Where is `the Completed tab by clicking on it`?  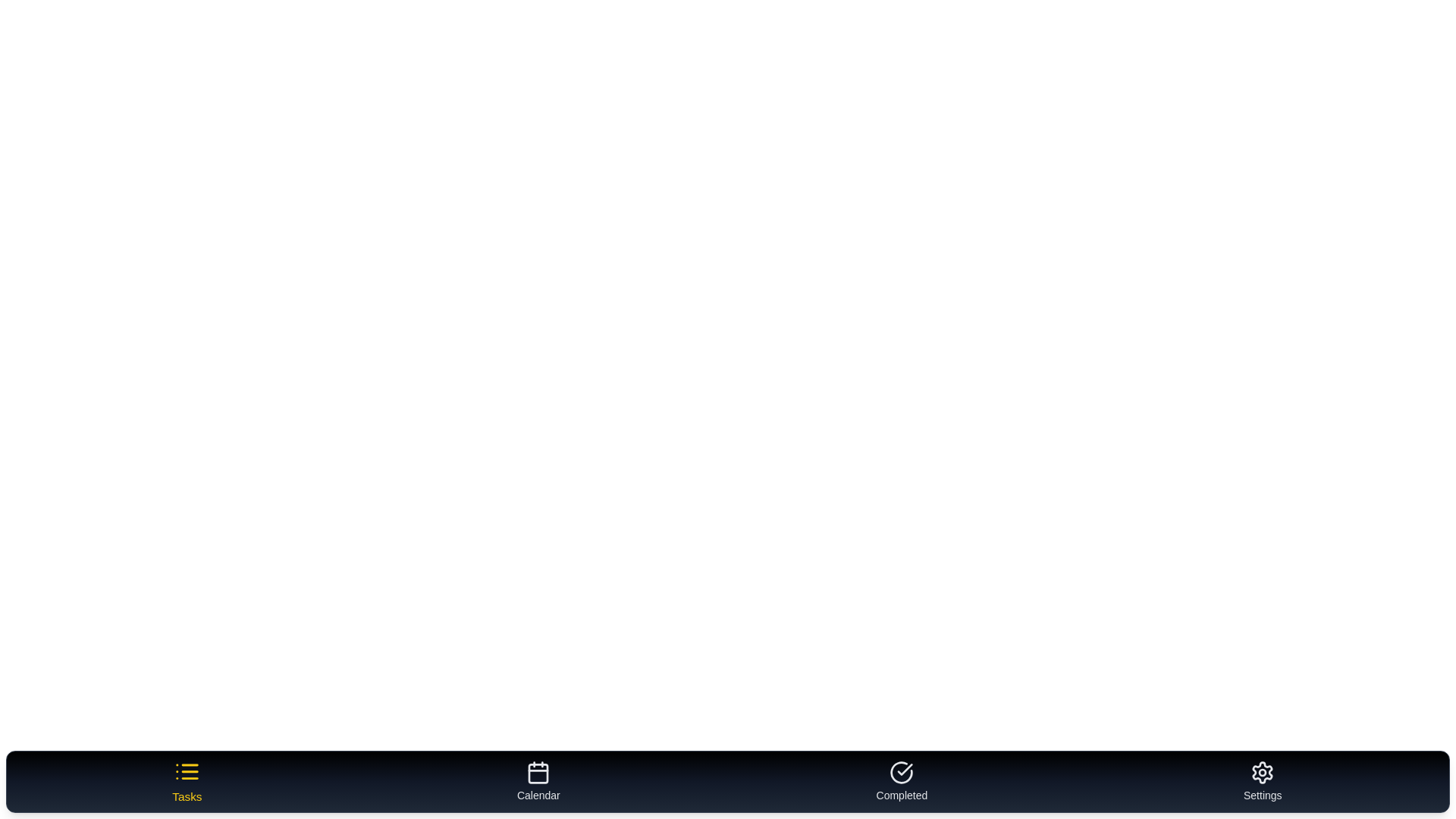
the Completed tab by clicking on it is located at coordinates (902, 781).